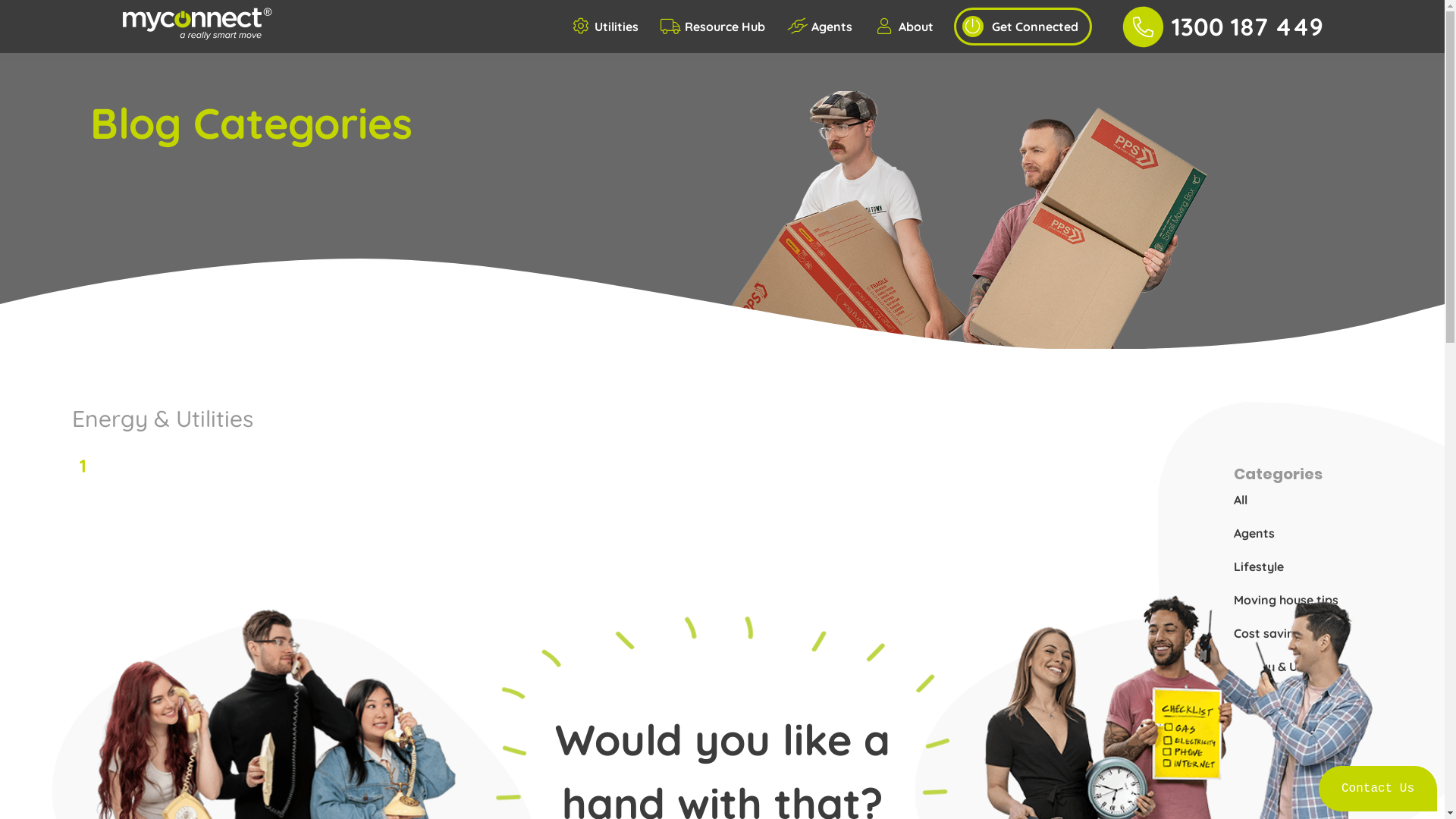 This screenshot has width=1456, height=819. Describe the element at coordinates (1234, 699) in the screenshot. I see `'How to's'` at that location.